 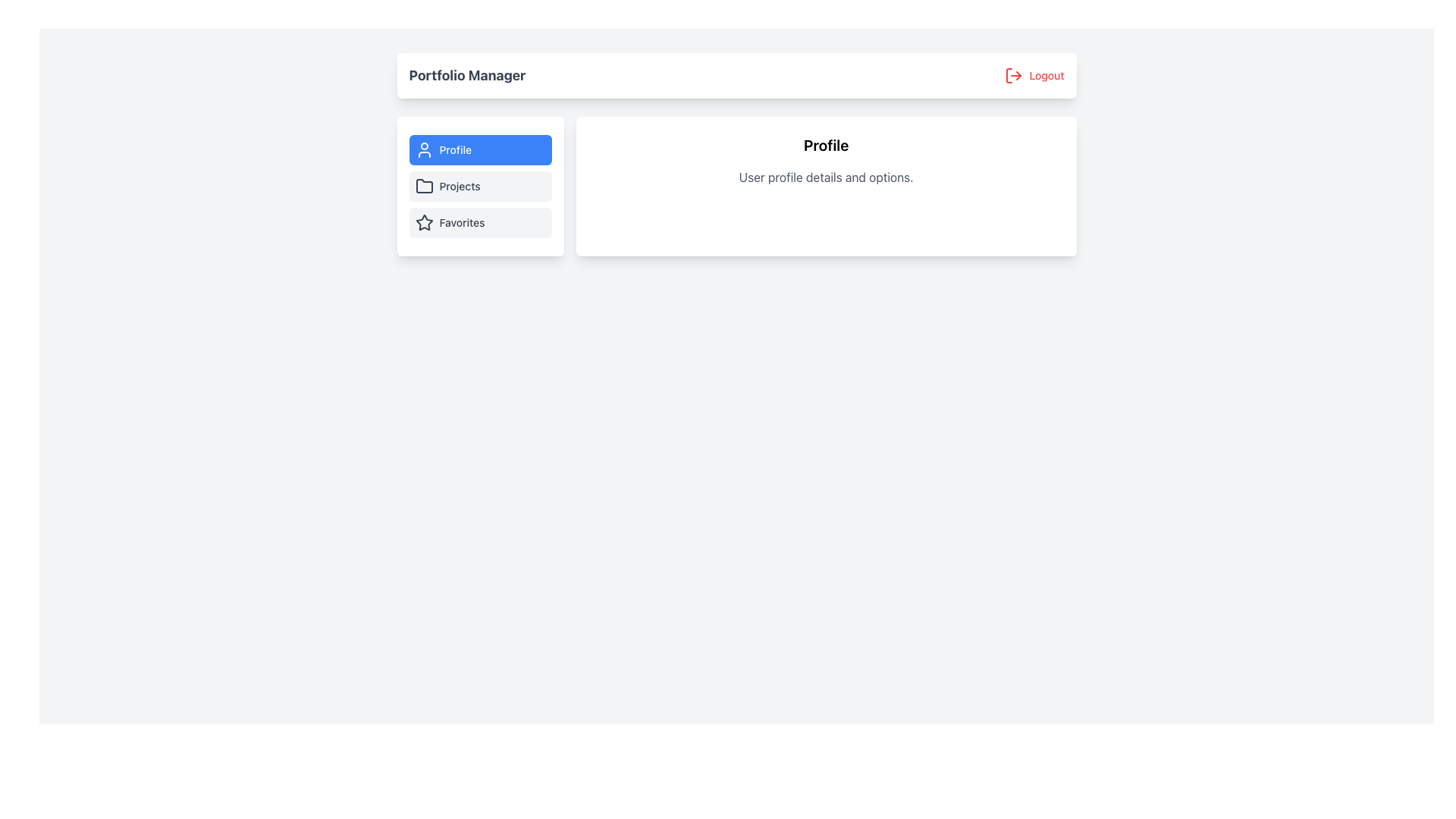 I want to click on the Information card that displays 'Profile' at the top center and provides user profile details and options, so click(x=825, y=186).